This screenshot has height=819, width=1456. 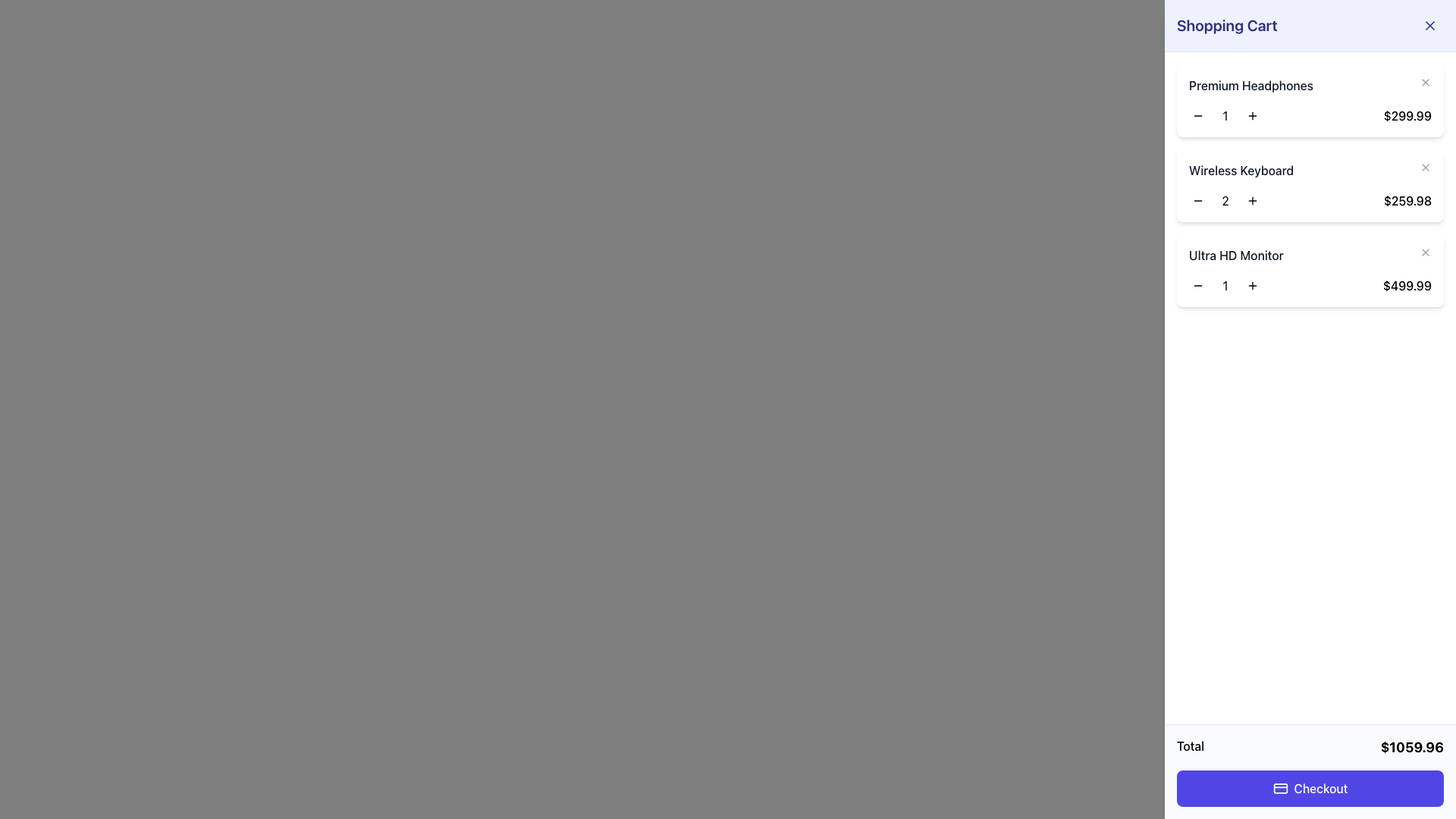 What do you see at coordinates (1407, 115) in the screenshot?
I see `the price label displaying the 'Premium Headphones' in the shopping cart, located at the top-right corner of the first product row` at bounding box center [1407, 115].